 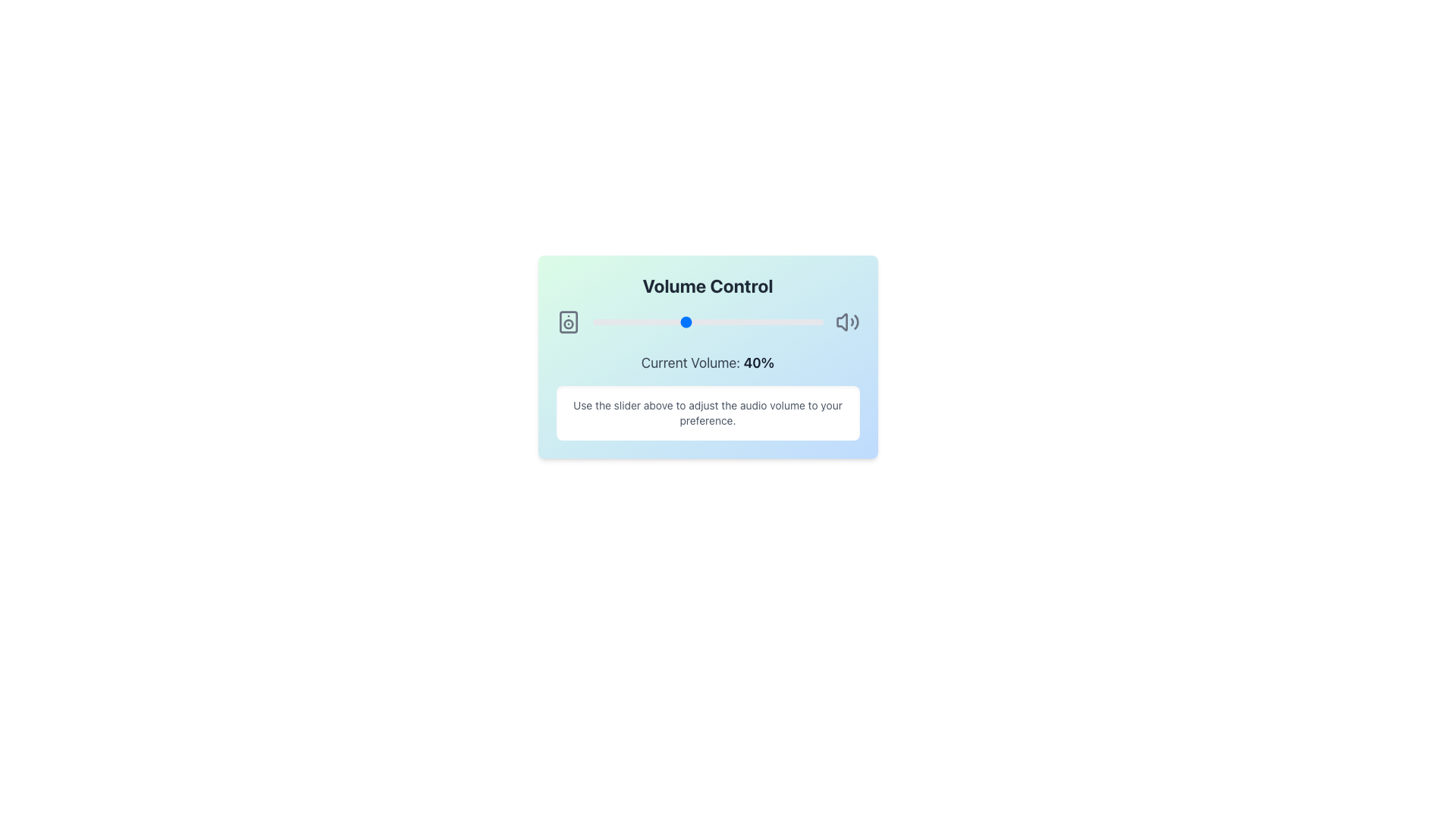 What do you see at coordinates (758, 321) in the screenshot?
I see `the volume level` at bounding box center [758, 321].